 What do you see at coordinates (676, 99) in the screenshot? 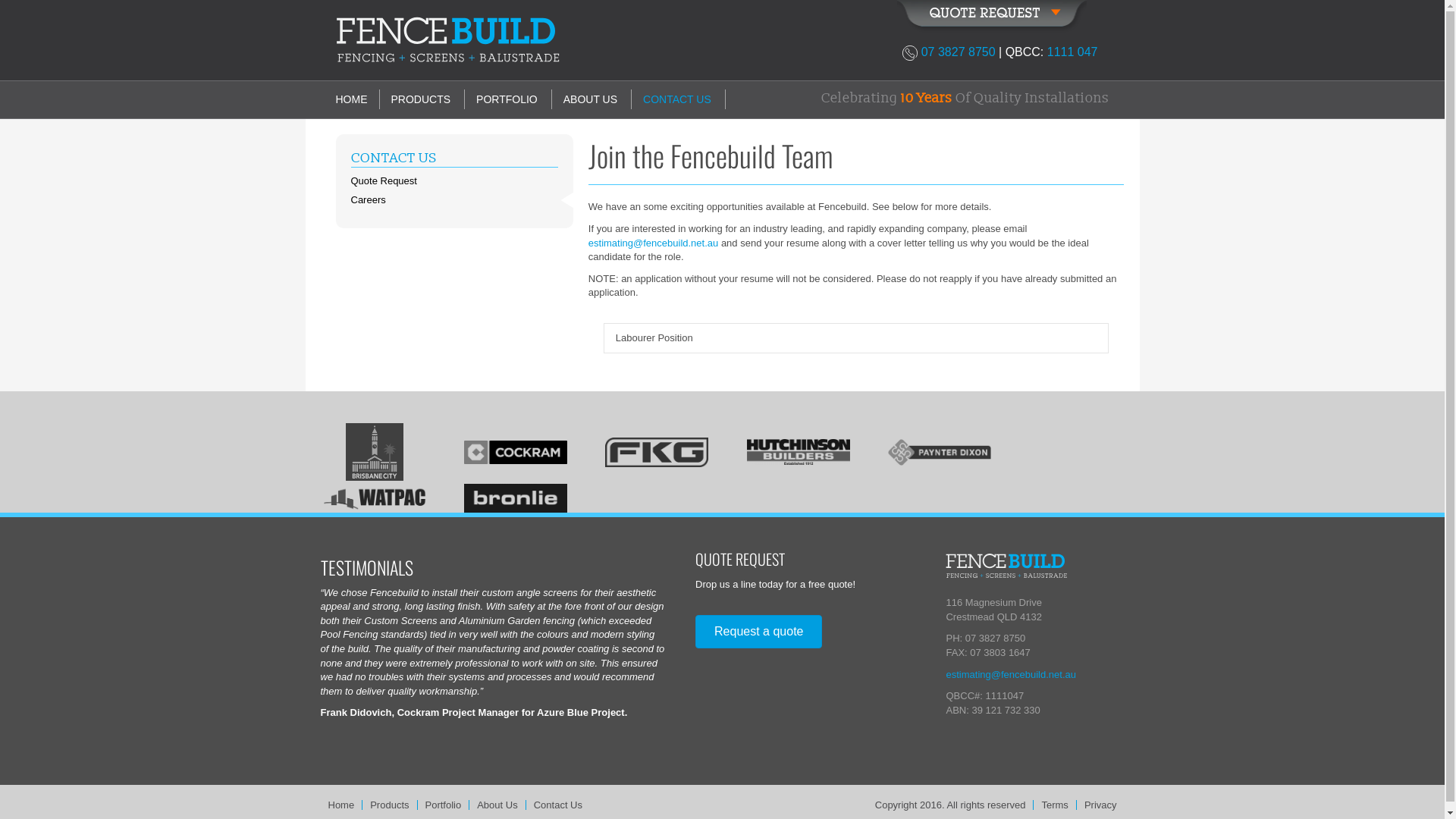
I see `'CONTACT US'` at bounding box center [676, 99].